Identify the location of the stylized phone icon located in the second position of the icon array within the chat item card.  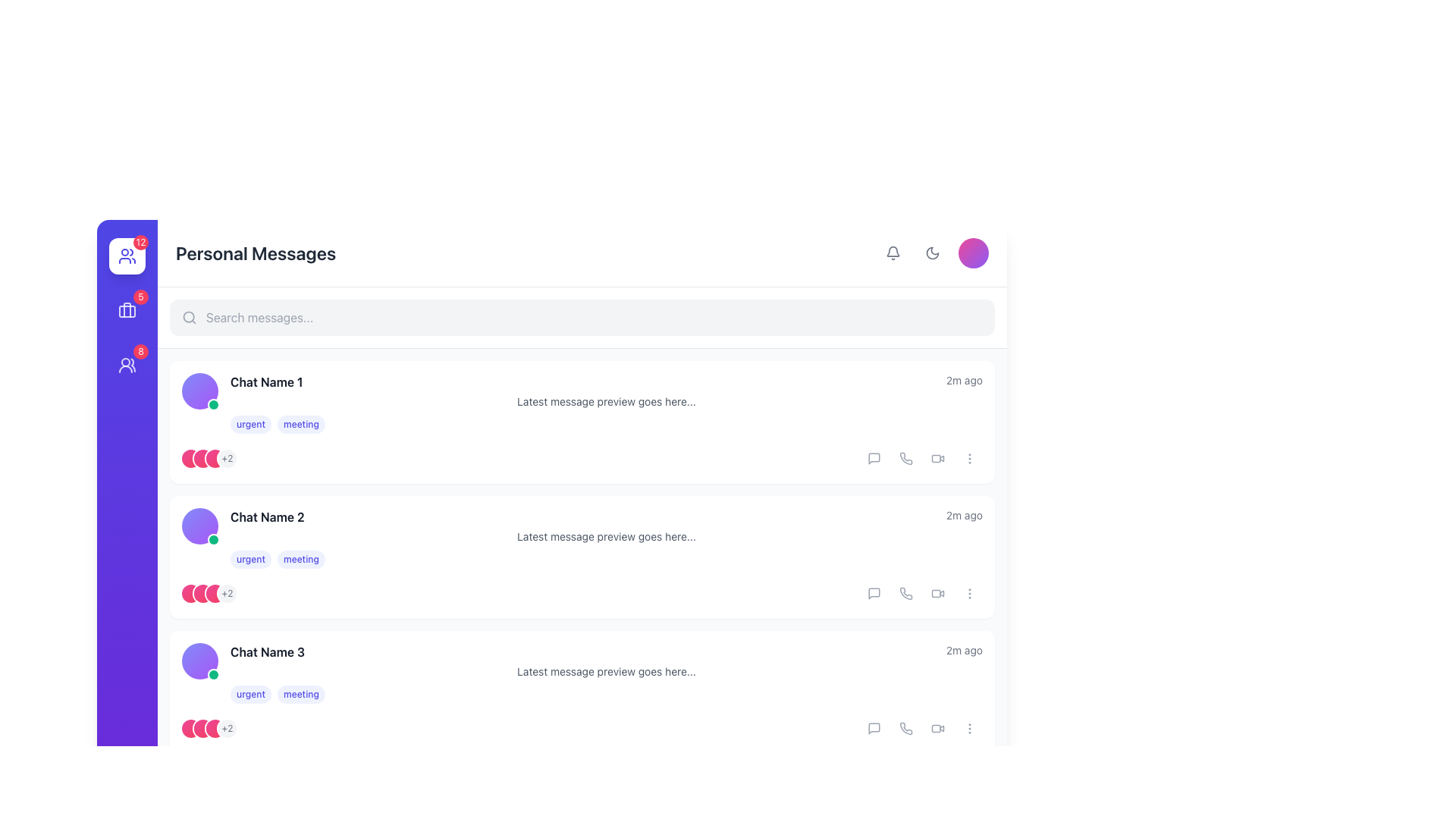
(906, 727).